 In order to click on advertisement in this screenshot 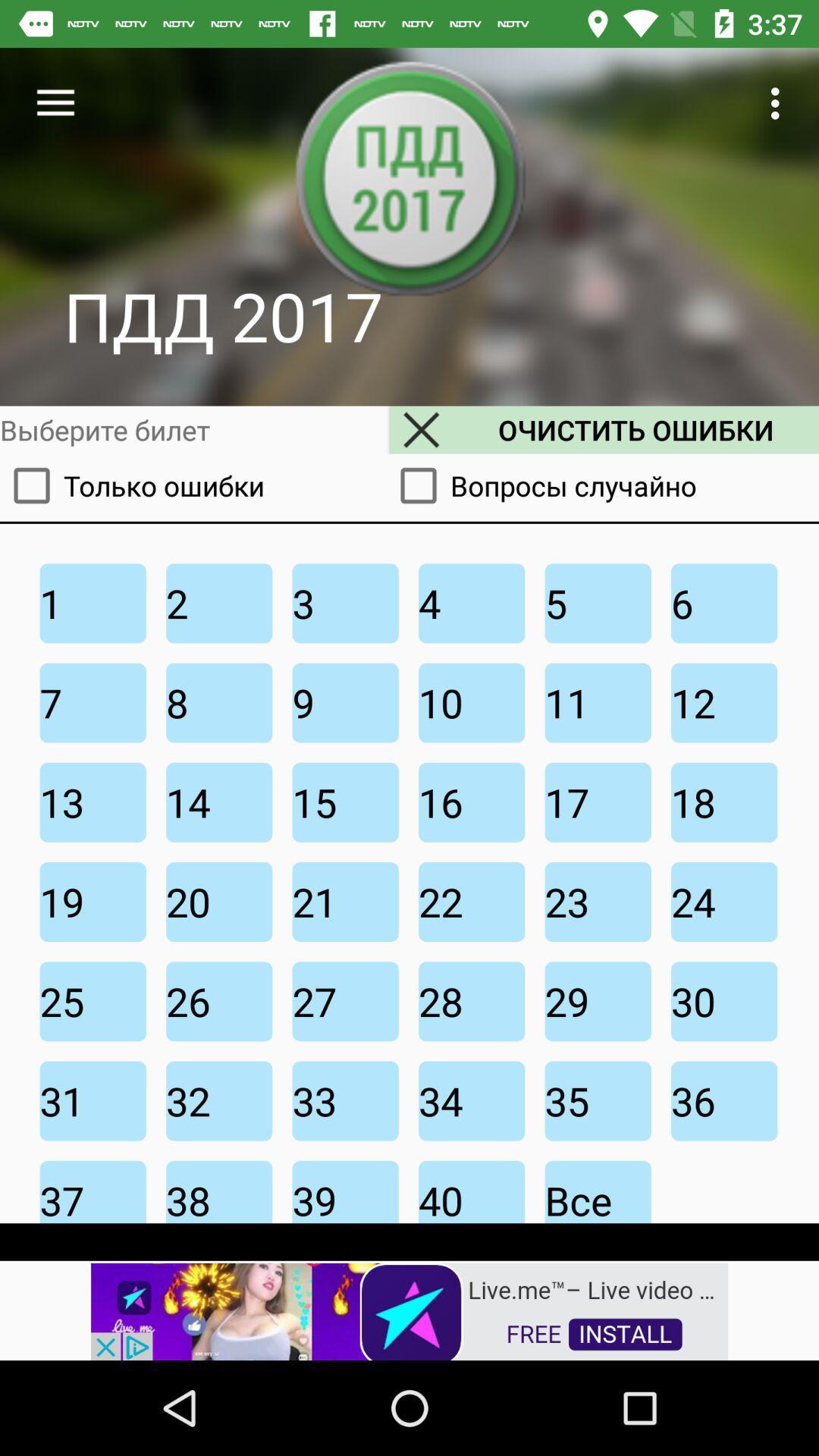, I will do `click(409, 1310)`.